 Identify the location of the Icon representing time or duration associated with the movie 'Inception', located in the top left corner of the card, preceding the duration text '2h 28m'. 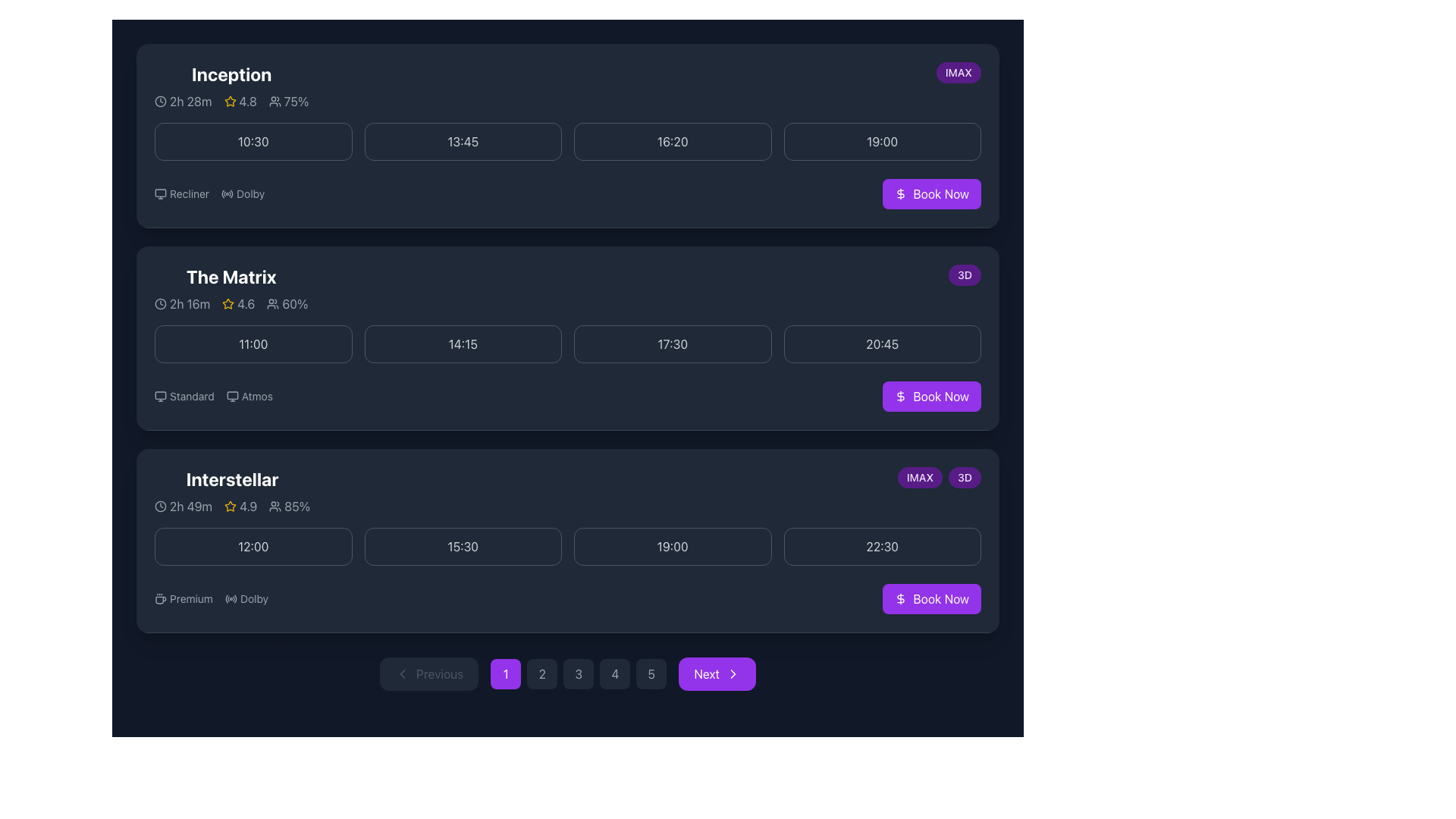
(160, 102).